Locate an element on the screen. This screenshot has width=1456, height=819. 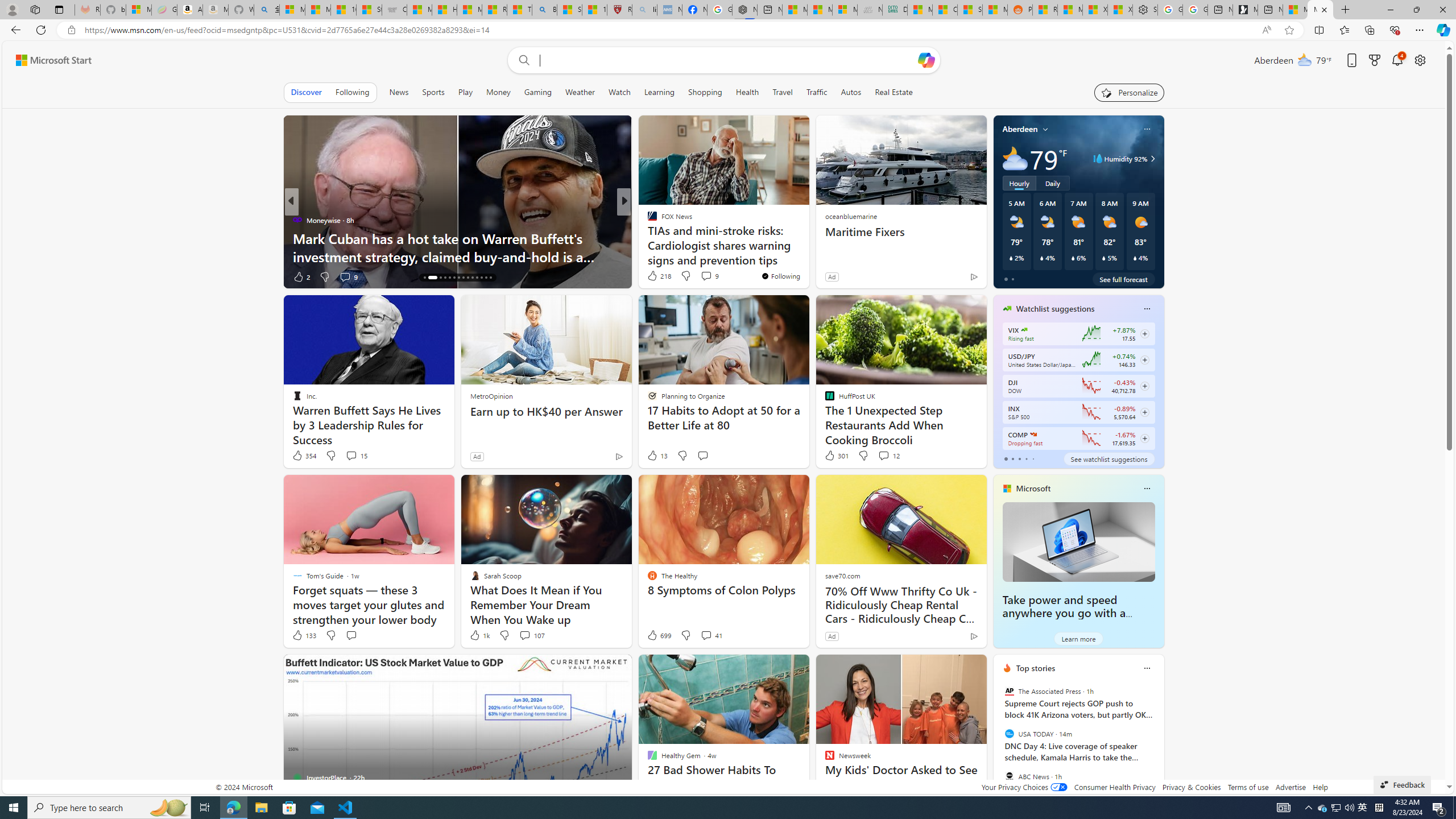
'Microsoft Is Bringing Recall Back to Windows 11' is located at coordinates (806, 255).